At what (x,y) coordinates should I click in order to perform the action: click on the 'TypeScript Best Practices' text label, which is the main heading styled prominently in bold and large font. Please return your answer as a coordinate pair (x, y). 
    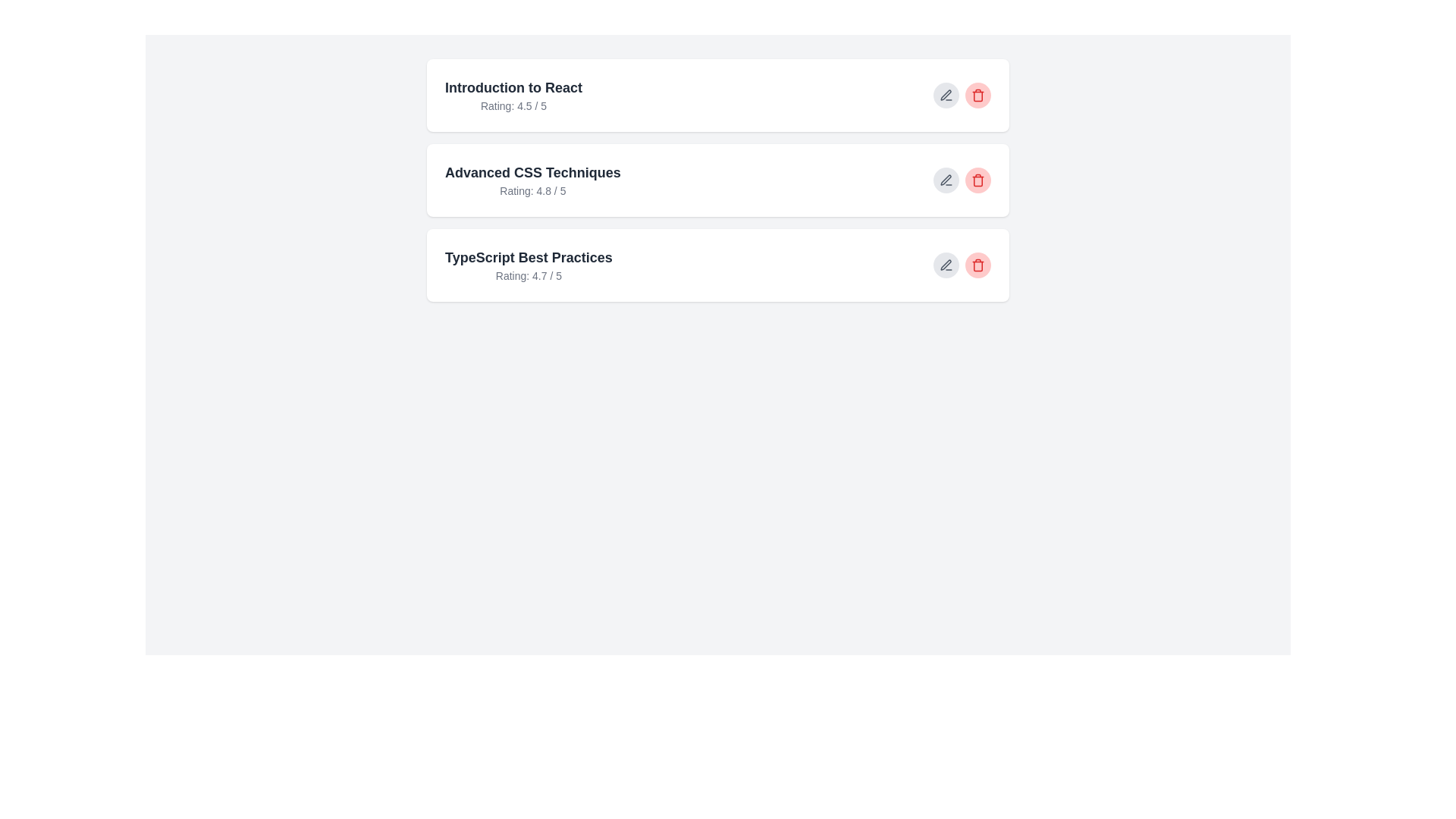
    Looking at the image, I should click on (529, 256).